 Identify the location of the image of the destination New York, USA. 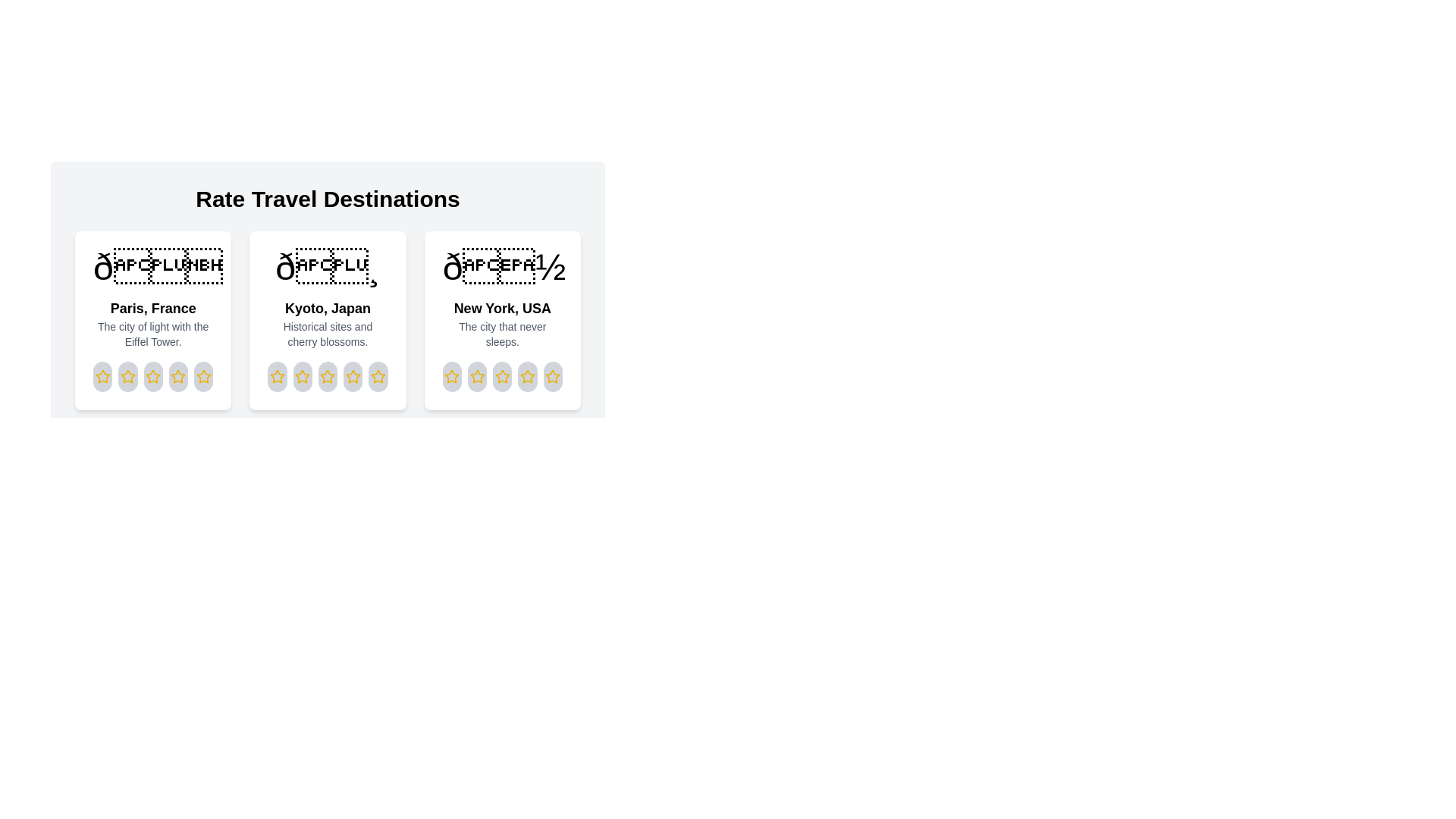
(502, 267).